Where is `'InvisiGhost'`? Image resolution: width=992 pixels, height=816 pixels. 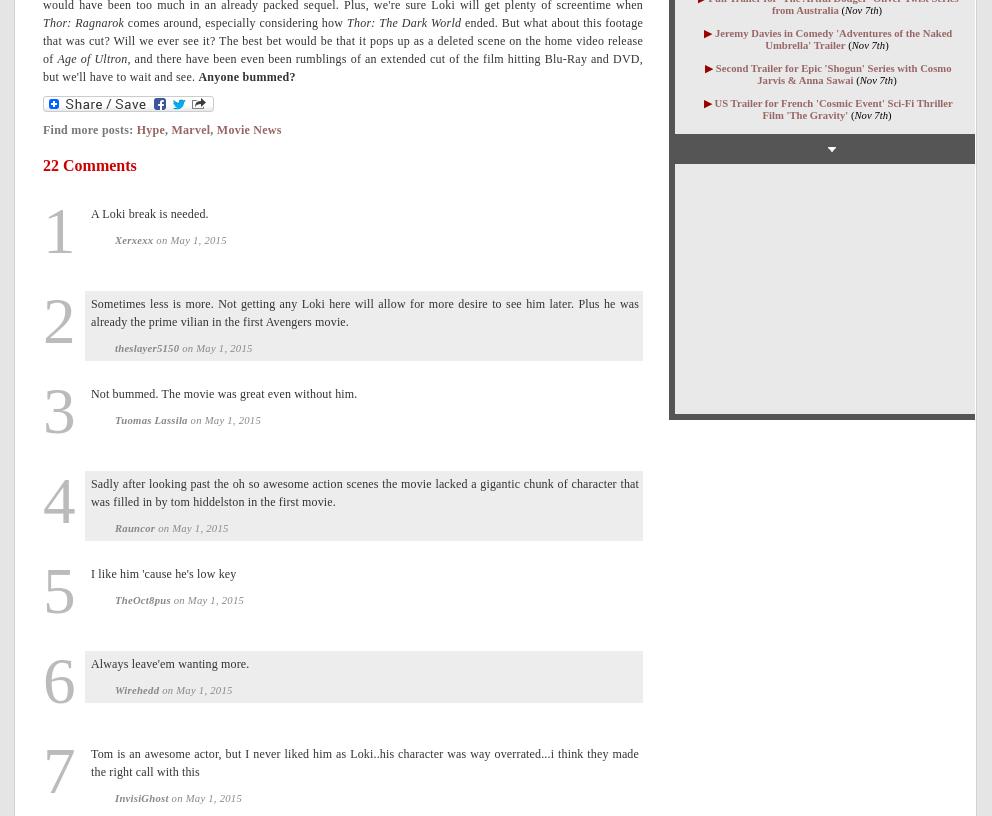
'InvisiGhost' is located at coordinates (141, 797).